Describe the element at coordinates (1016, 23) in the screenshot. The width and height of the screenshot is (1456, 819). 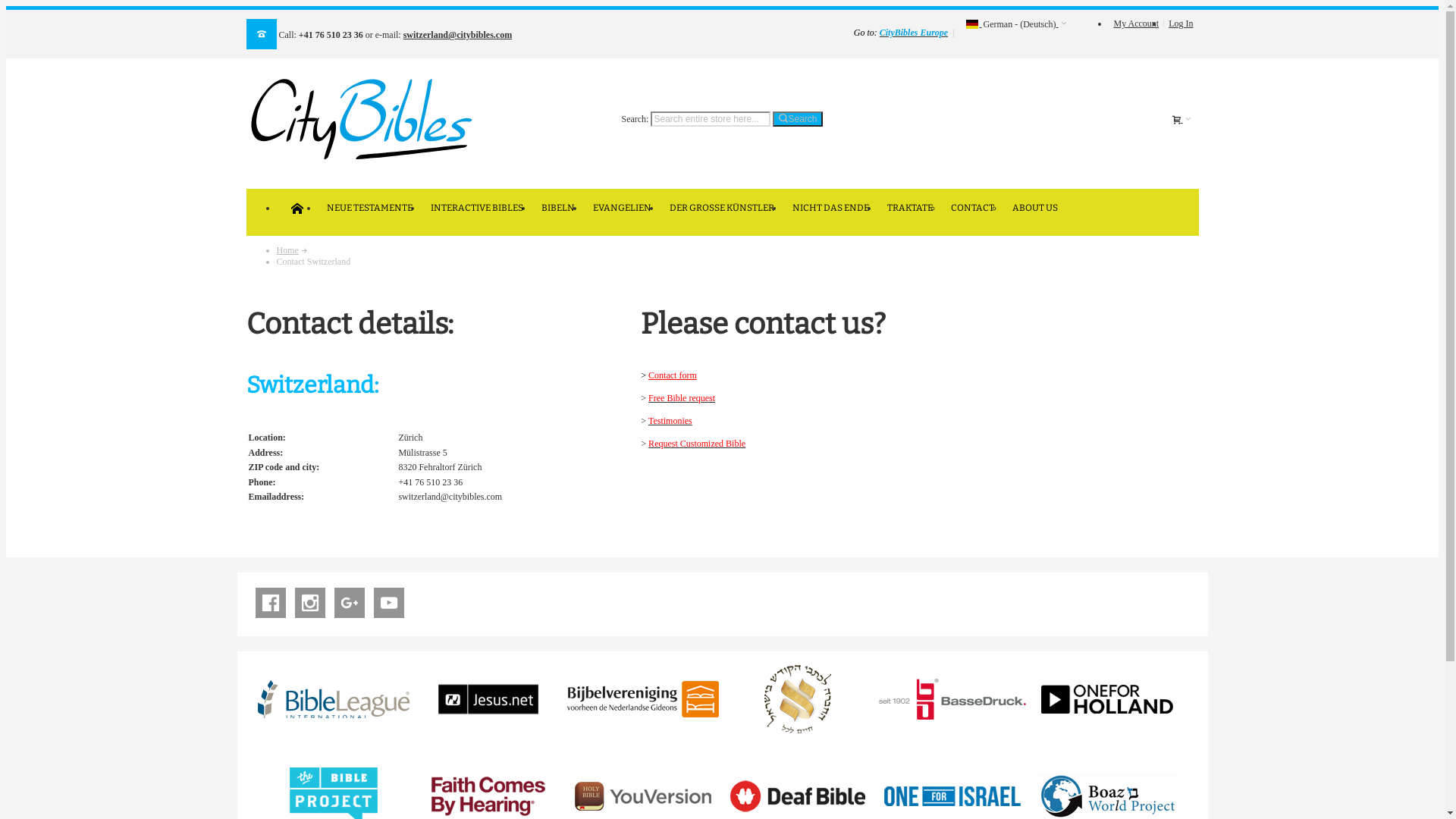
I see `'  German - (Deutsch)'` at that location.